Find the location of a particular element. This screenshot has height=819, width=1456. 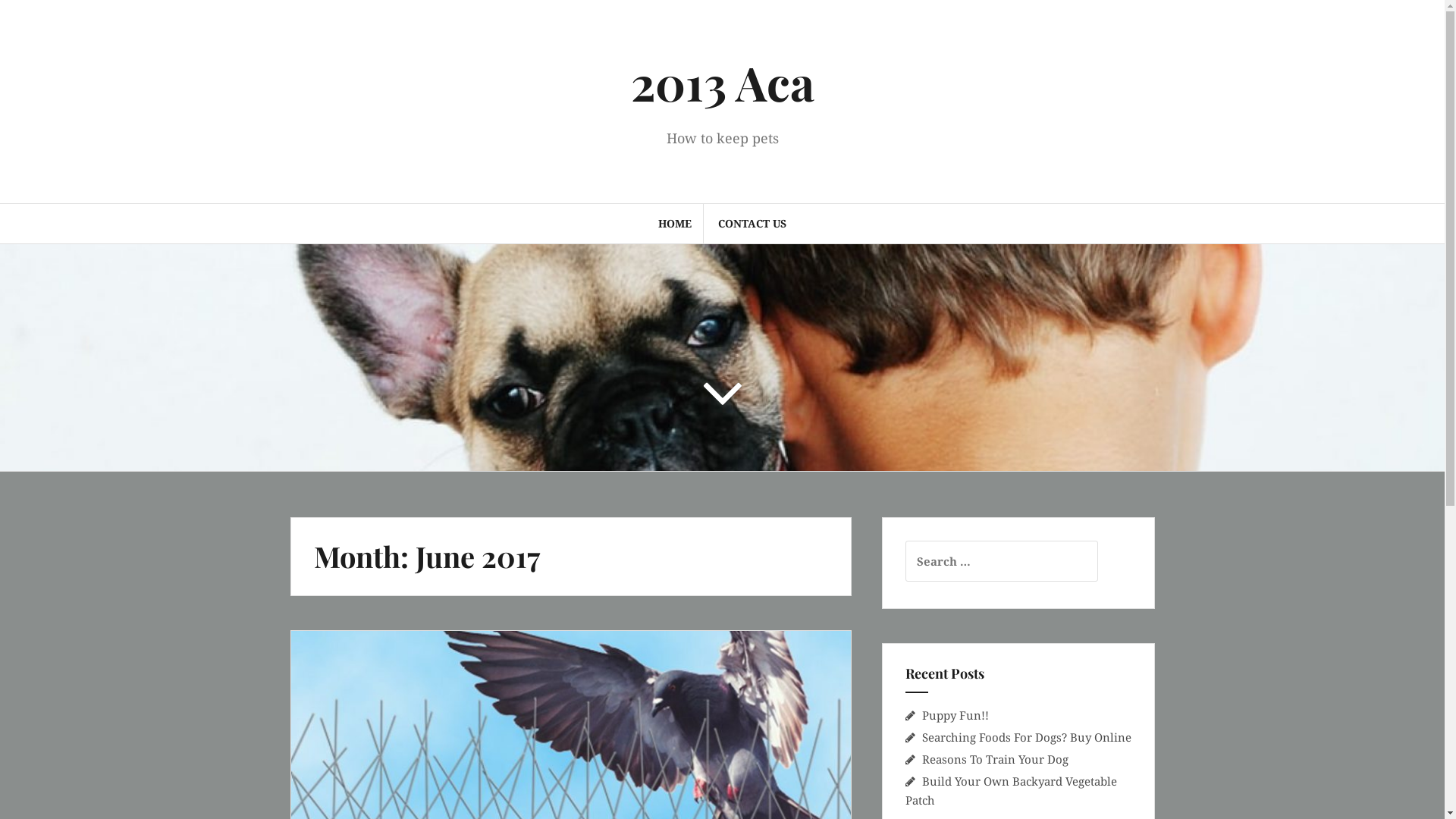

'Puppy Fun!!' is located at coordinates (954, 714).